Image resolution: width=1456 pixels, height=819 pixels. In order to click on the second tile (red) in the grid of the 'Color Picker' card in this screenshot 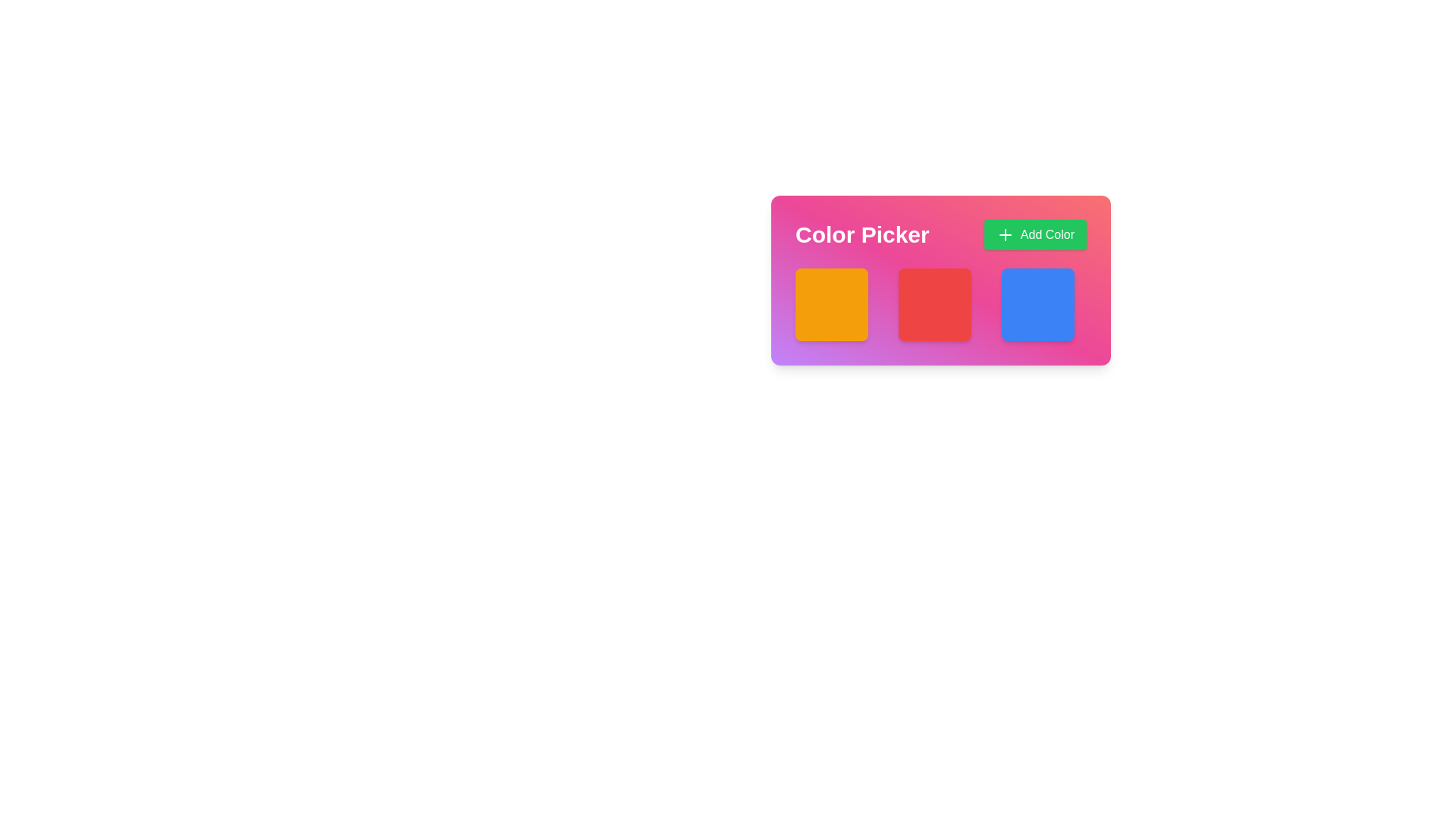, I will do `click(940, 304)`.